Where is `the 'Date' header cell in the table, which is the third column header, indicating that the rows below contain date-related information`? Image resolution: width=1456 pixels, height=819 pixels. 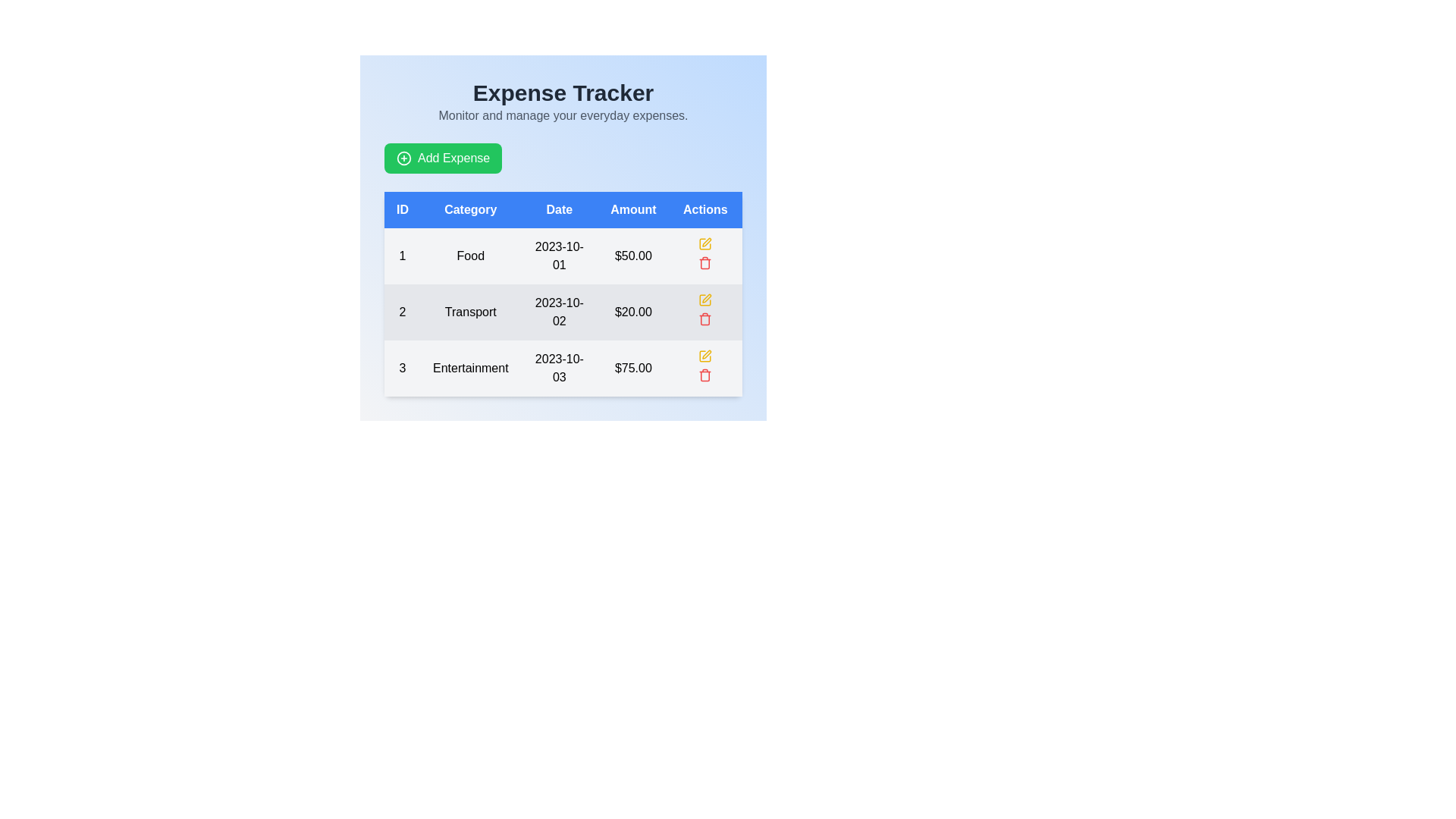 the 'Date' header cell in the table, which is the third column header, indicating that the rows below contain date-related information is located at coordinates (558, 210).